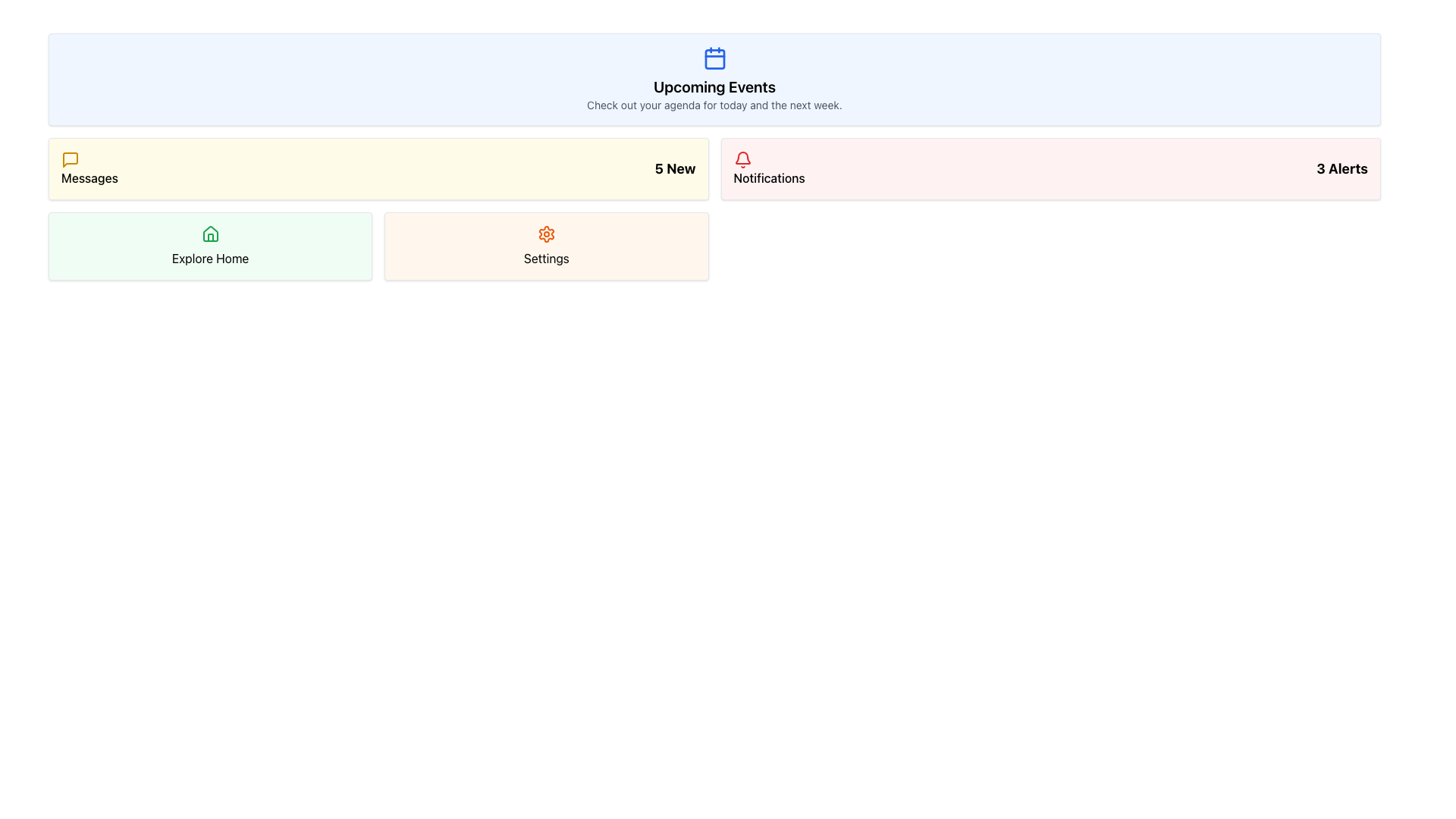  What do you see at coordinates (209, 245) in the screenshot?
I see `text 'Explore Home' from the Interactive Card with a light green background, located in the lower-left quadrant of the grid layout` at bounding box center [209, 245].